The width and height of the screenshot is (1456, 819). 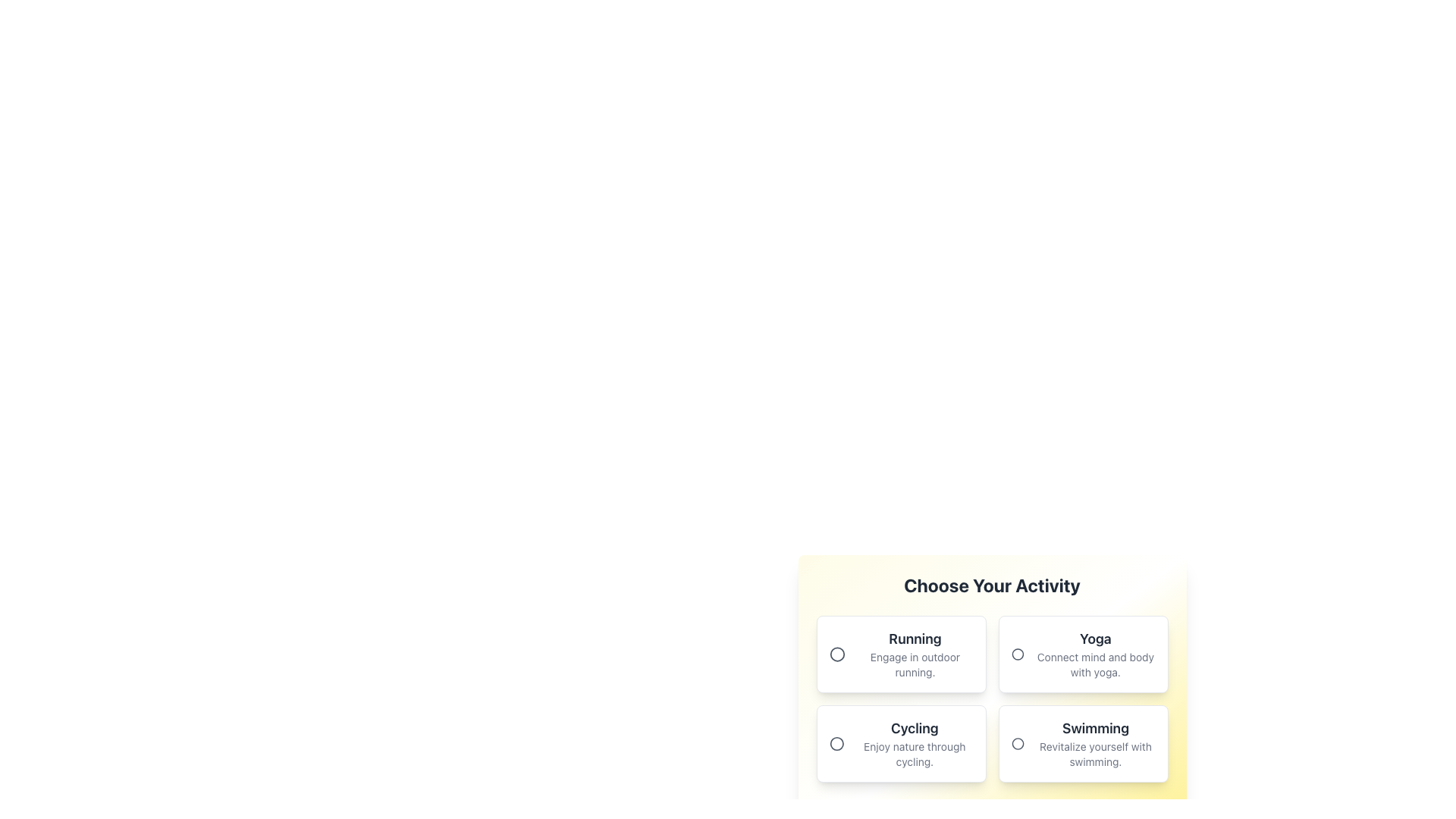 I want to click on the text label displaying 'Yoga' in bold, larger size, dark gray color, located at the top of the second card in a grid of selectable activity cards, so click(x=1095, y=639).